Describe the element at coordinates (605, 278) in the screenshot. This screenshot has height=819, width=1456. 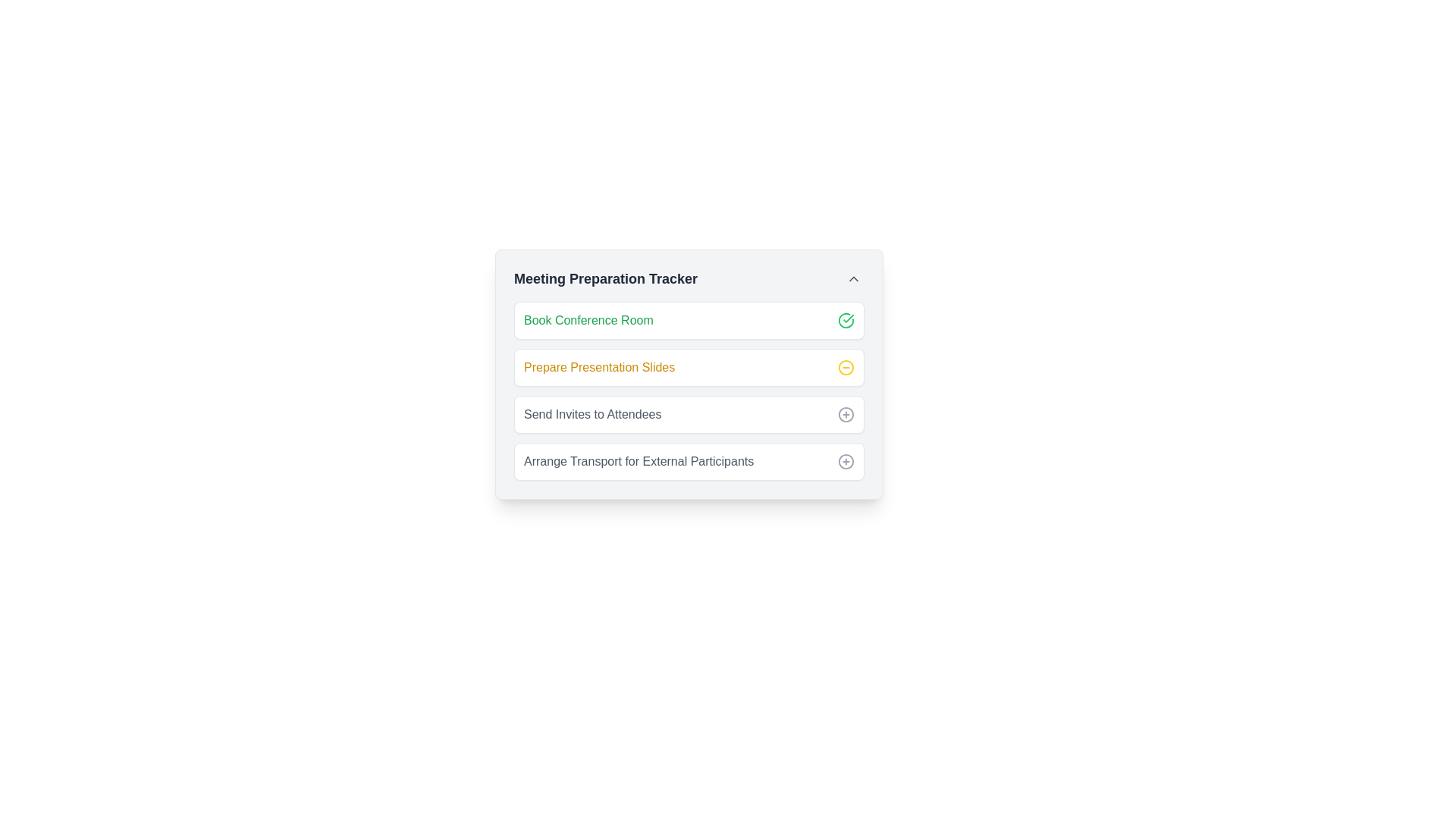
I see `title text element labeled 'Meeting Preparation Tracker', which is styled in bold, larger font, and dark gray color, located at the top of the checklist interface` at that location.